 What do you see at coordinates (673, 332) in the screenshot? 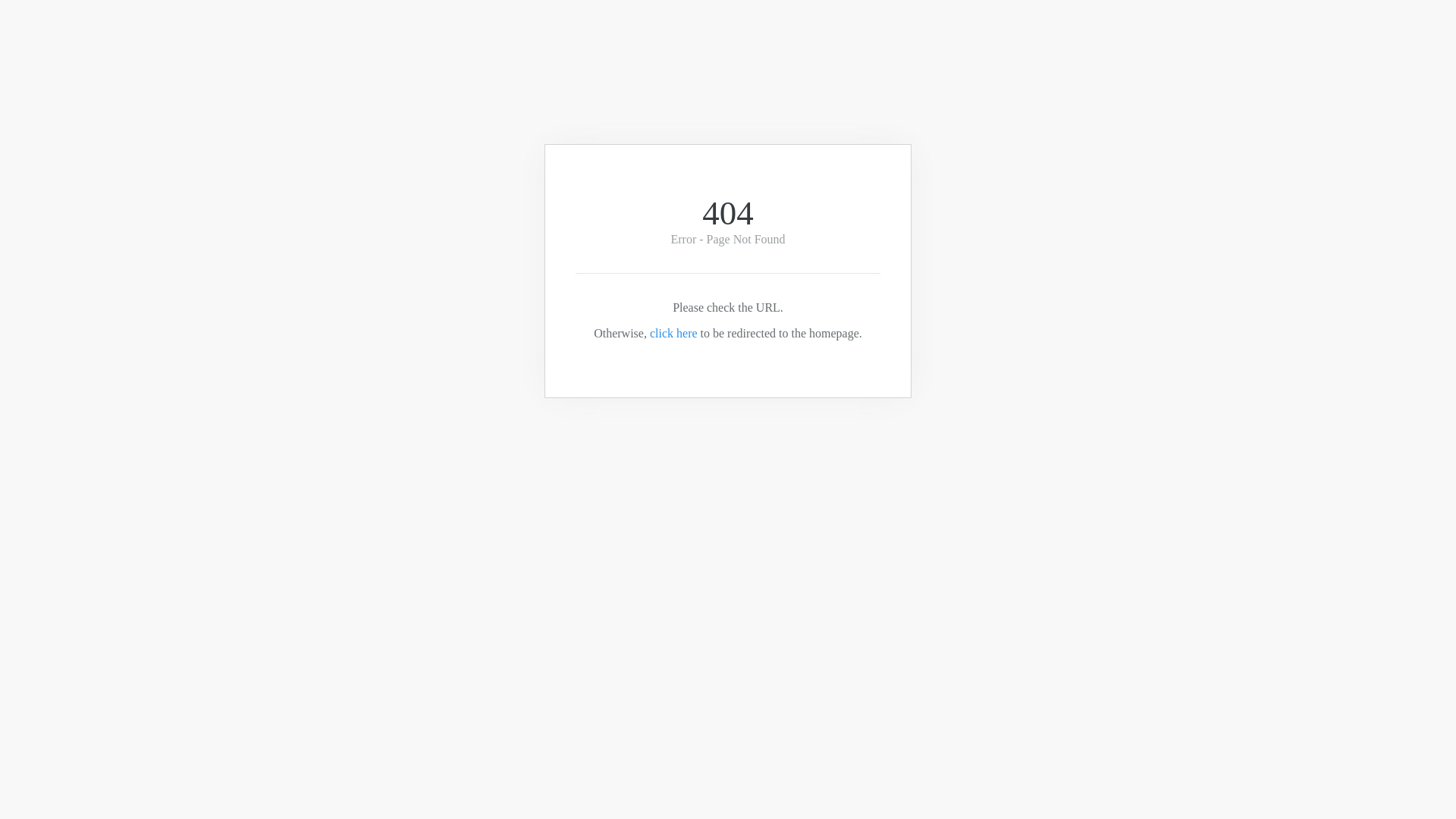
I see `'click here'` at bounding box center [673, 332].